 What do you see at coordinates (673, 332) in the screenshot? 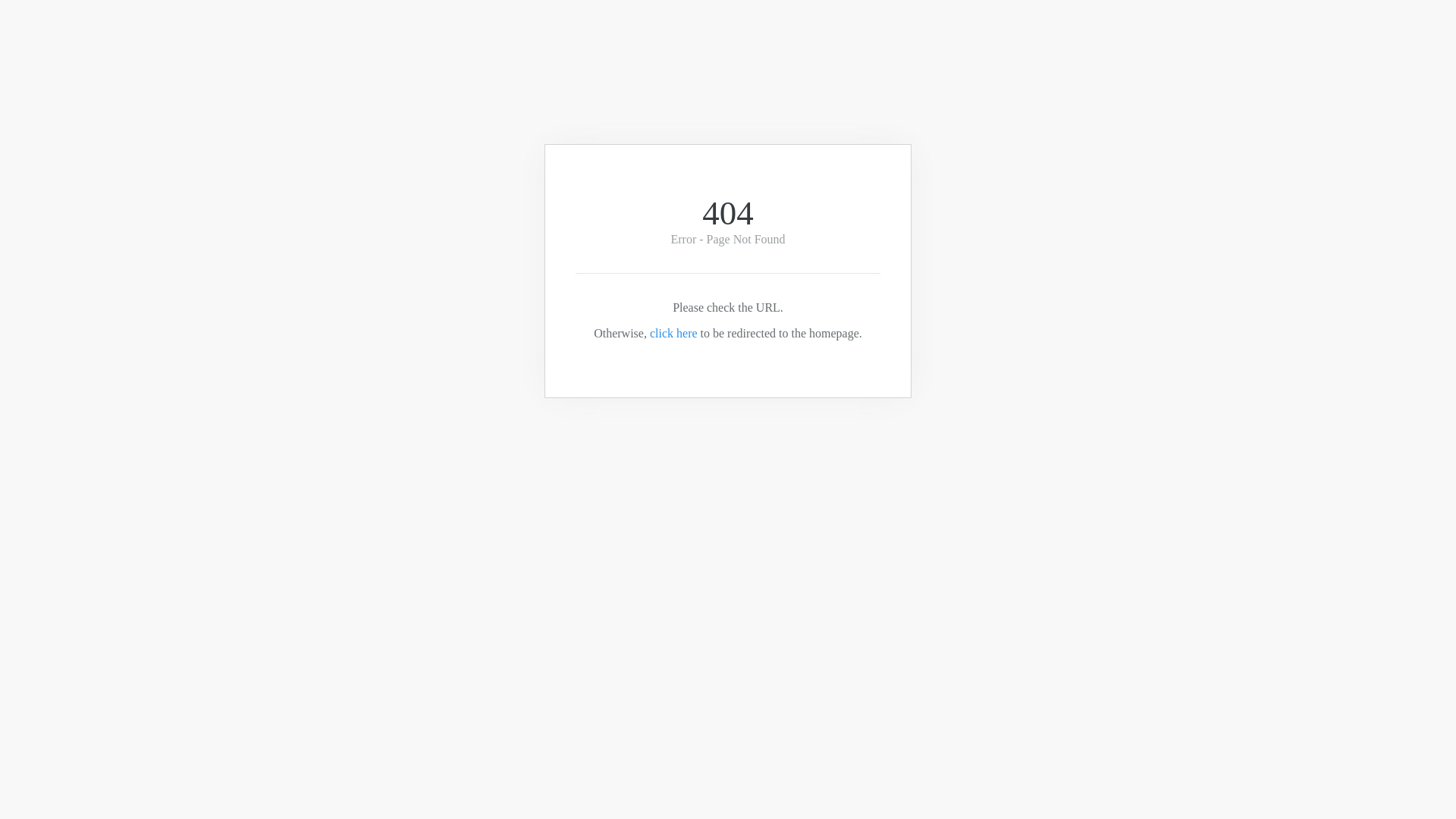
I see `'click here'` at bounding box center [673, 332].